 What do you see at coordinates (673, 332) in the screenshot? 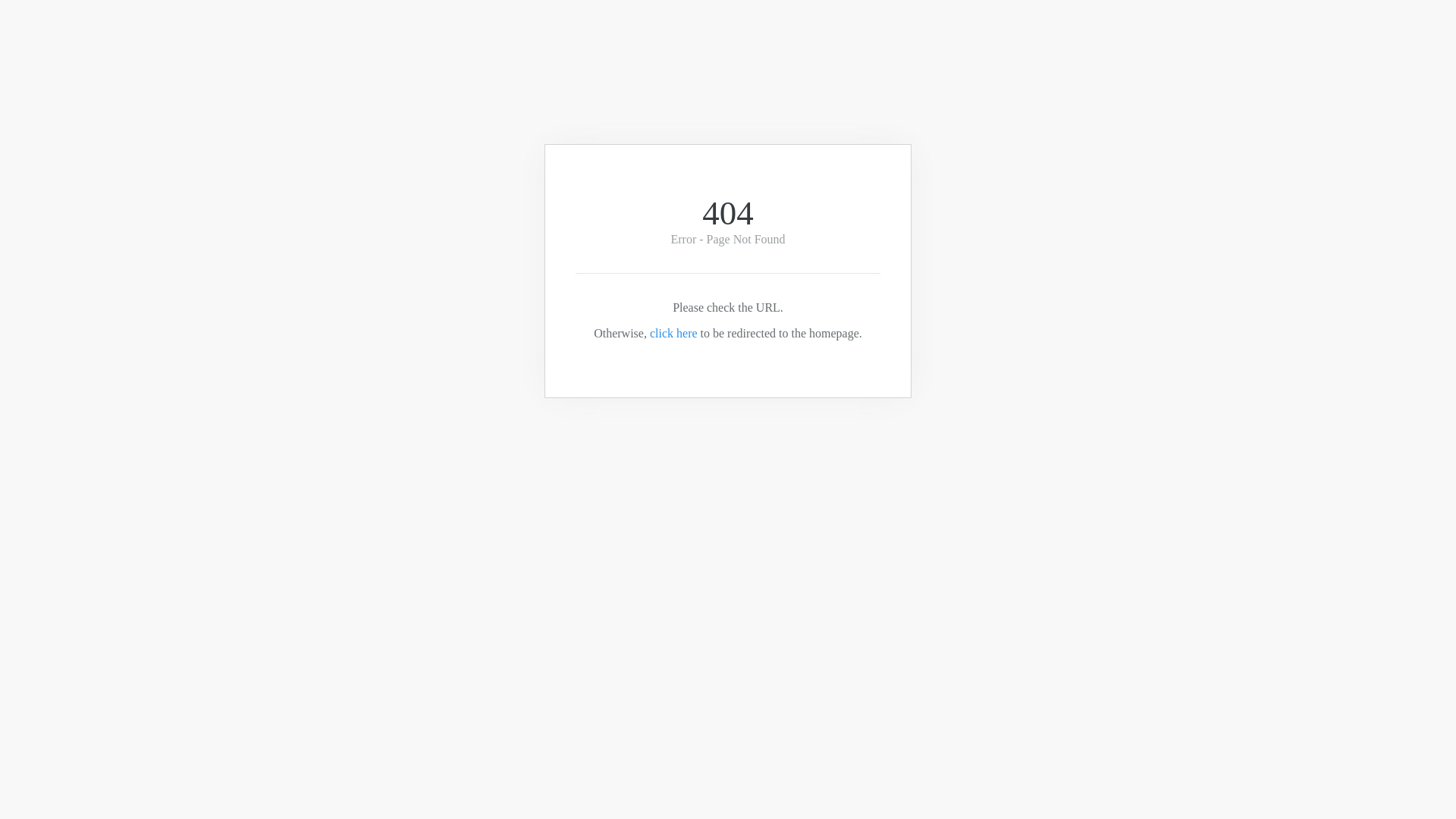
I see `'click here'` at bounding box center [673, 332].